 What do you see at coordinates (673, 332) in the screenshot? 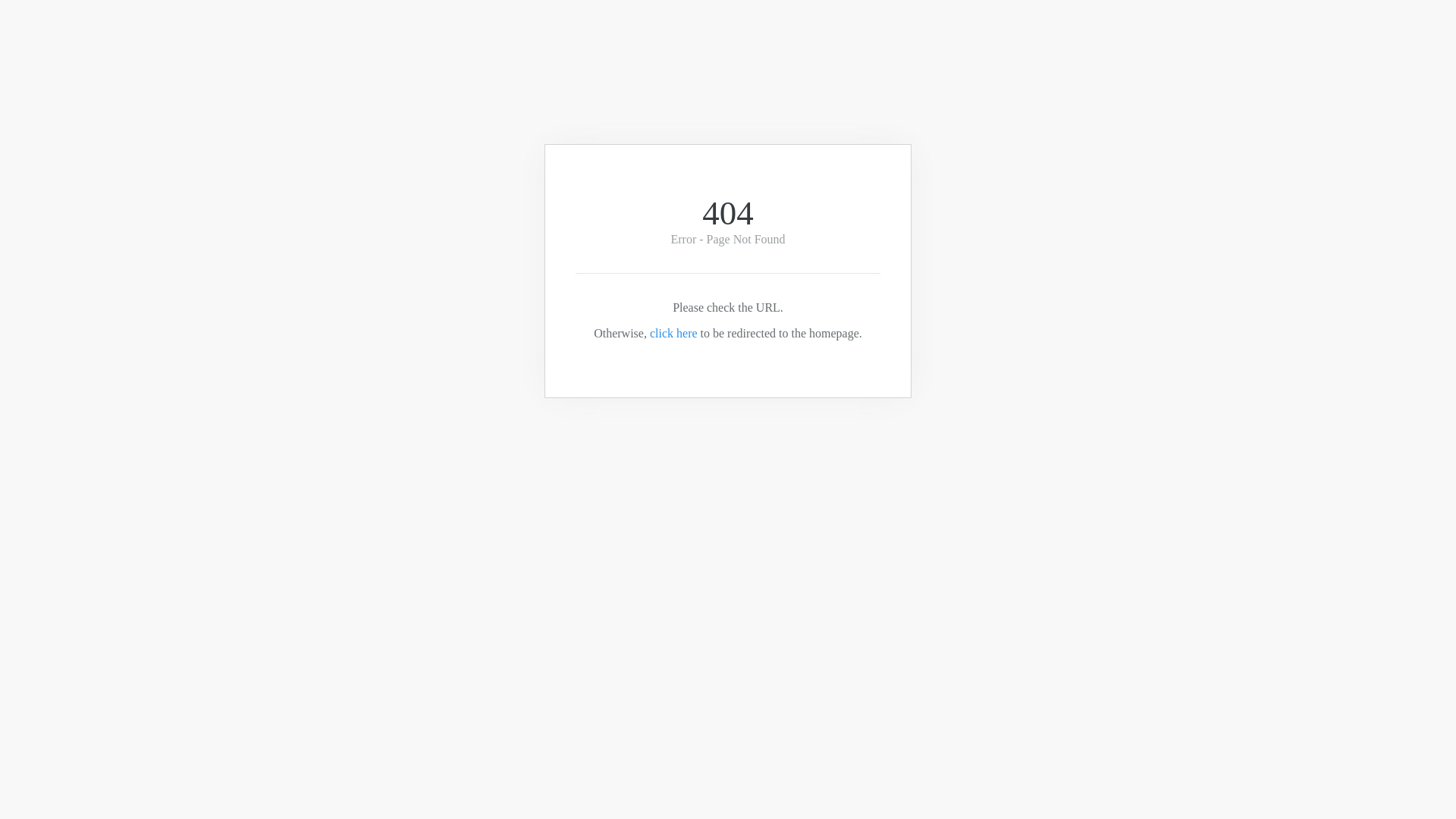
I see `'click here'` at bounding box center [673, 332].